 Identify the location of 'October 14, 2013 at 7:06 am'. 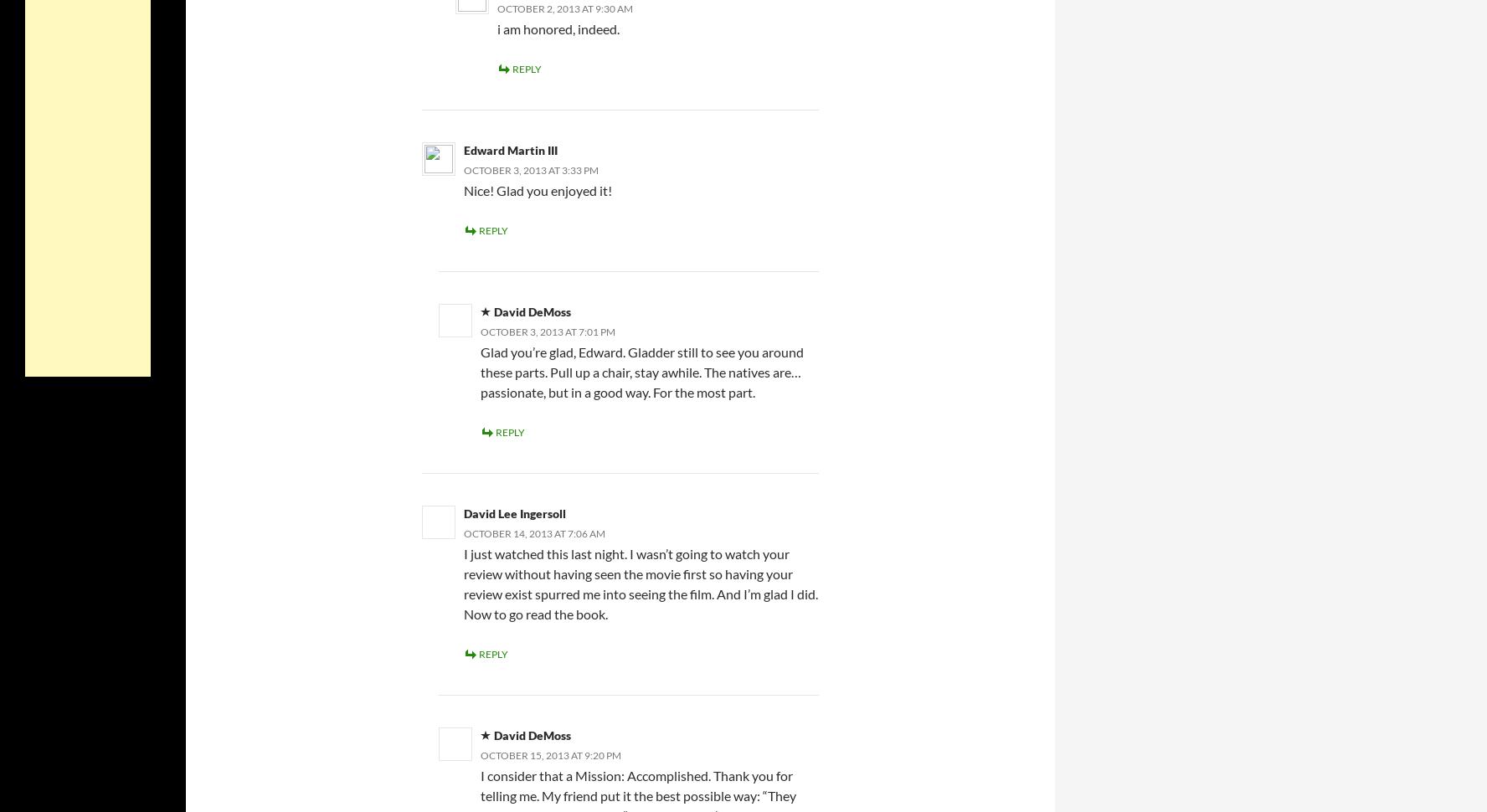
(533, 532).